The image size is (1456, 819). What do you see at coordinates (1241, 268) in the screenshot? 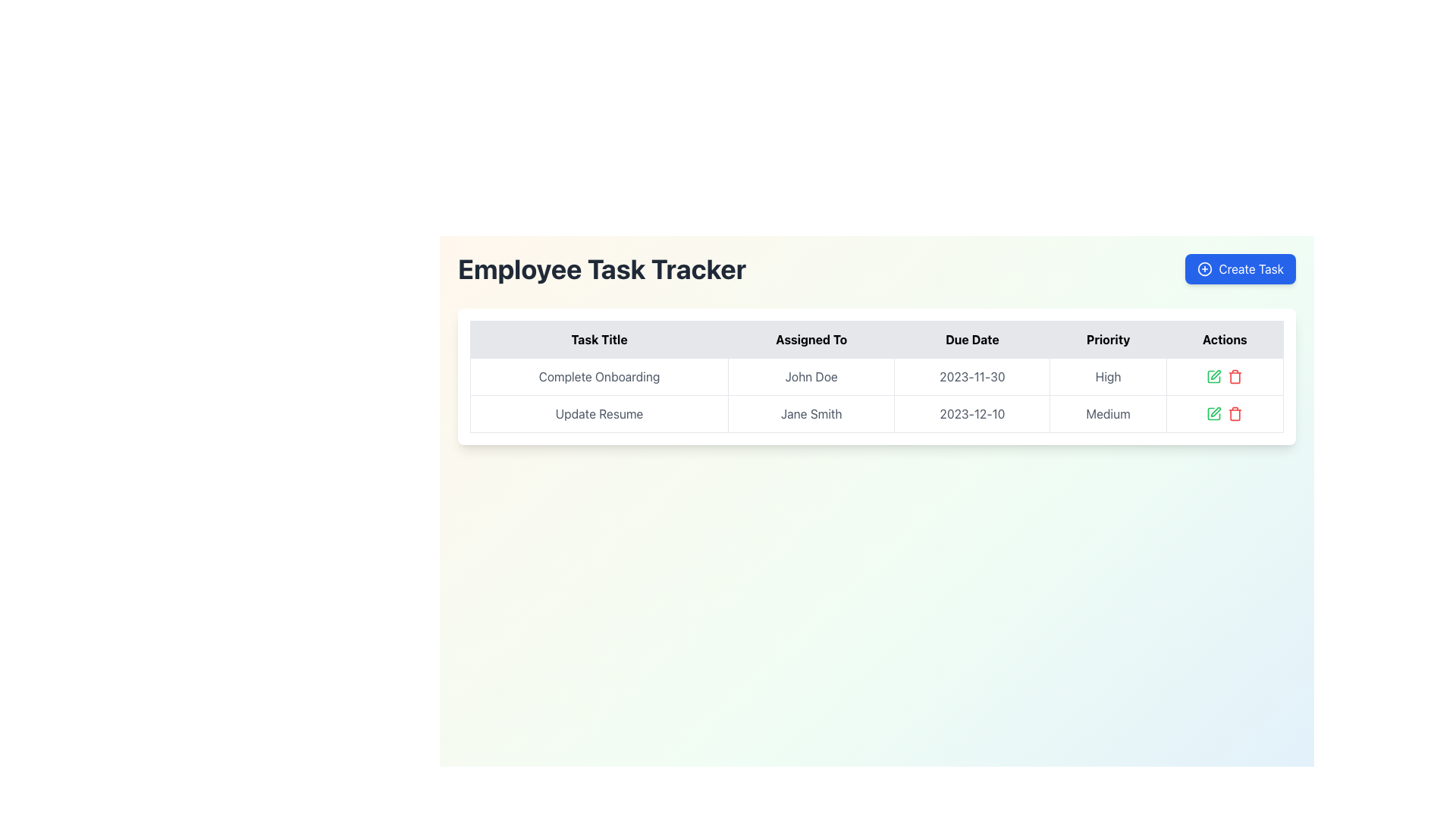
I see `the 'Create Task' button located at the top-right corner of the interface, which features a blue background and white text with a plus icon, to observe any hover effects` at bounding box center [1241, 268].